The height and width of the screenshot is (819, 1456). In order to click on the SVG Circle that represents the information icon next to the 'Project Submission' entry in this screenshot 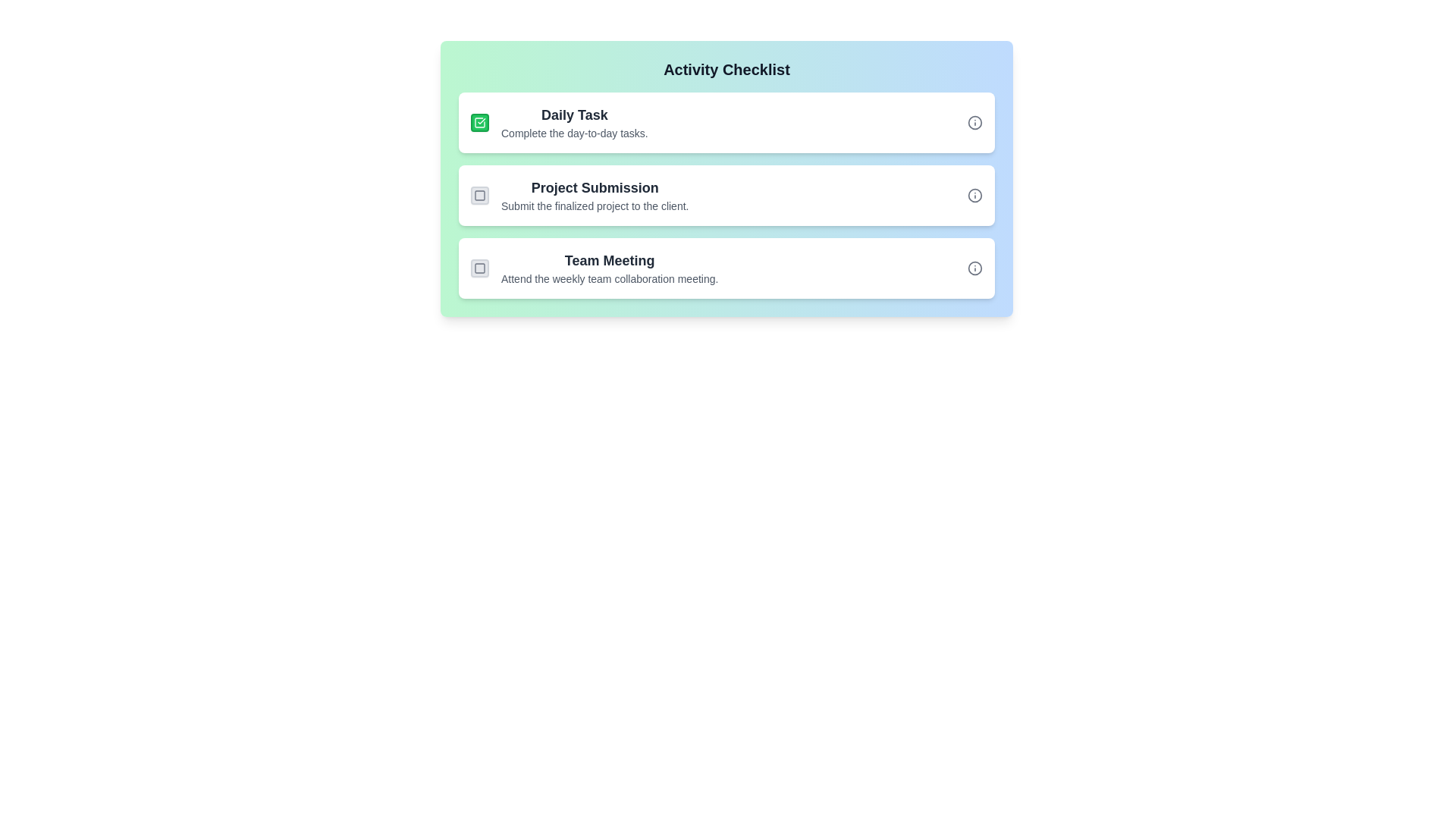, I will do `click(975, 195)`.